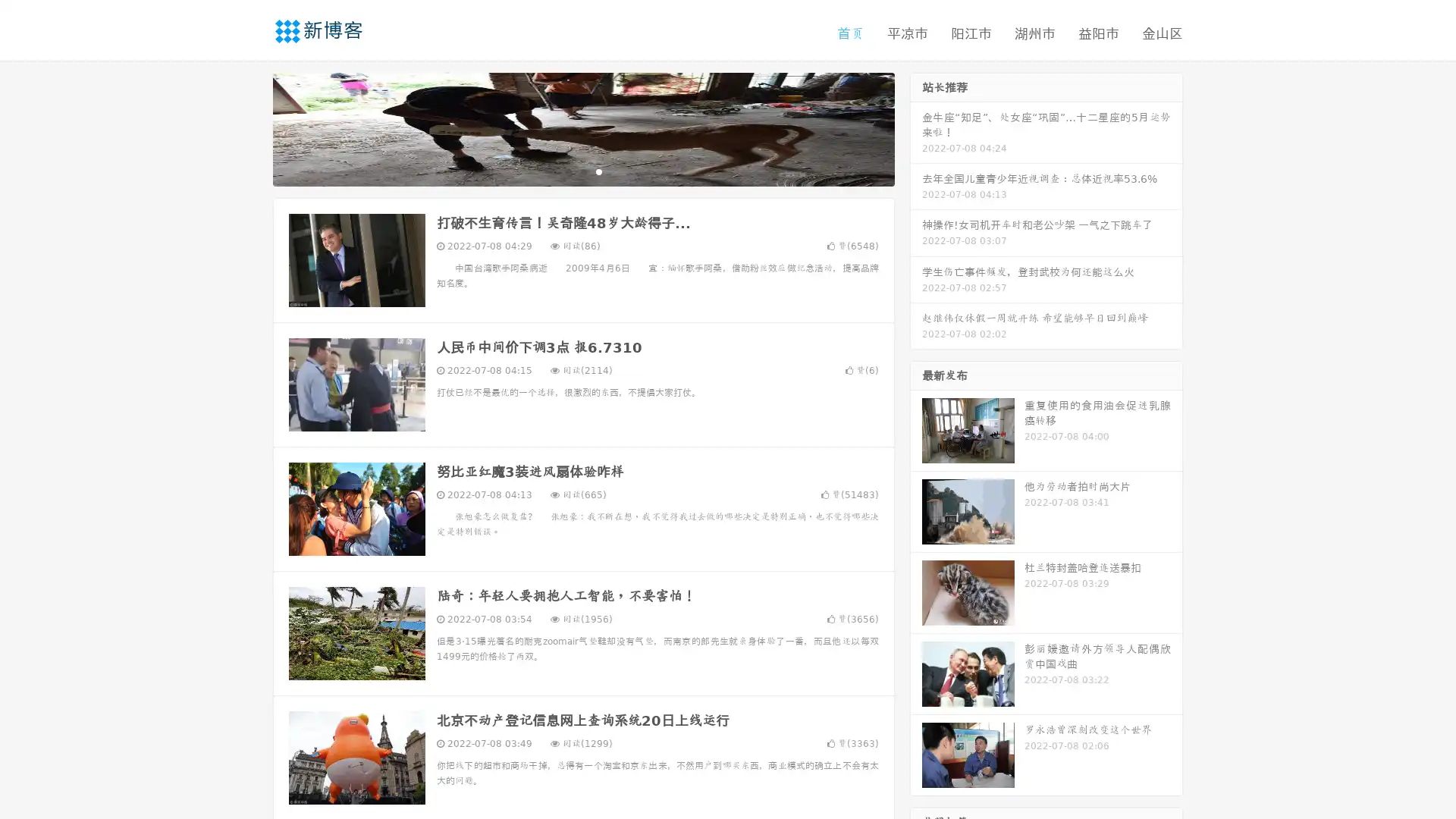  What do you see at coordinates (916, 127) in the screenshot?
I see `Next slide` at bounding box center [916, 127].